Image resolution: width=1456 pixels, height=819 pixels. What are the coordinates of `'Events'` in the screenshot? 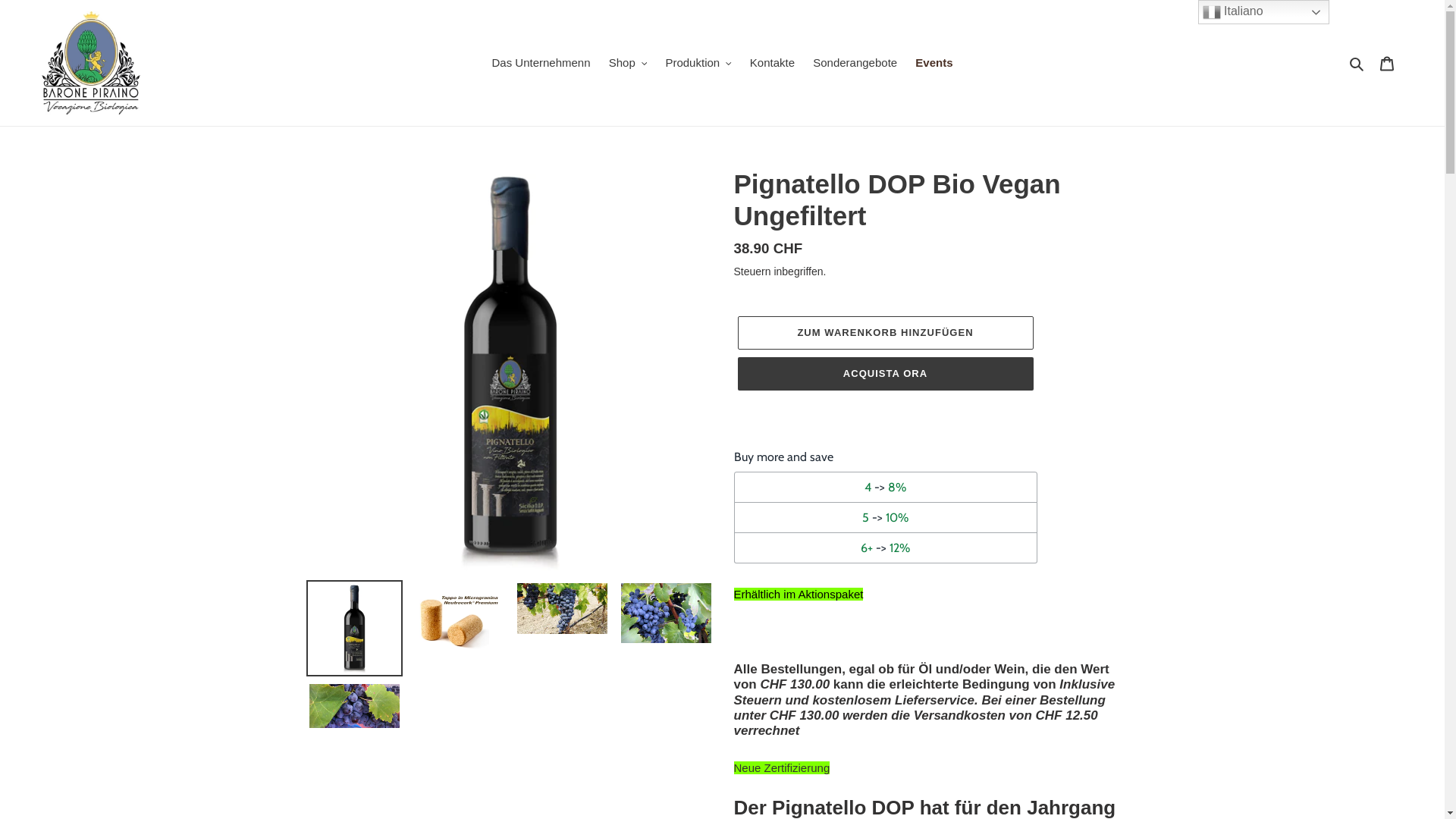 It's located at (933, 62).